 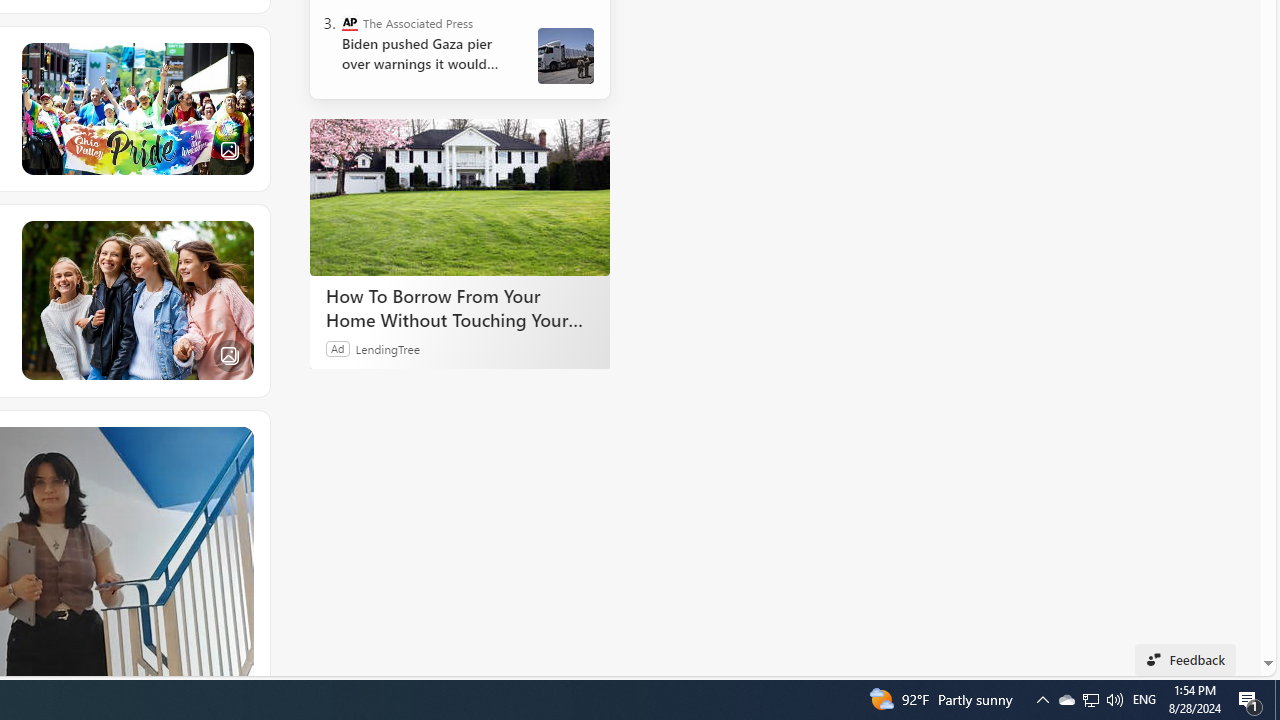 I want to click on 'The Associated Press', so click(x=350, y=23).